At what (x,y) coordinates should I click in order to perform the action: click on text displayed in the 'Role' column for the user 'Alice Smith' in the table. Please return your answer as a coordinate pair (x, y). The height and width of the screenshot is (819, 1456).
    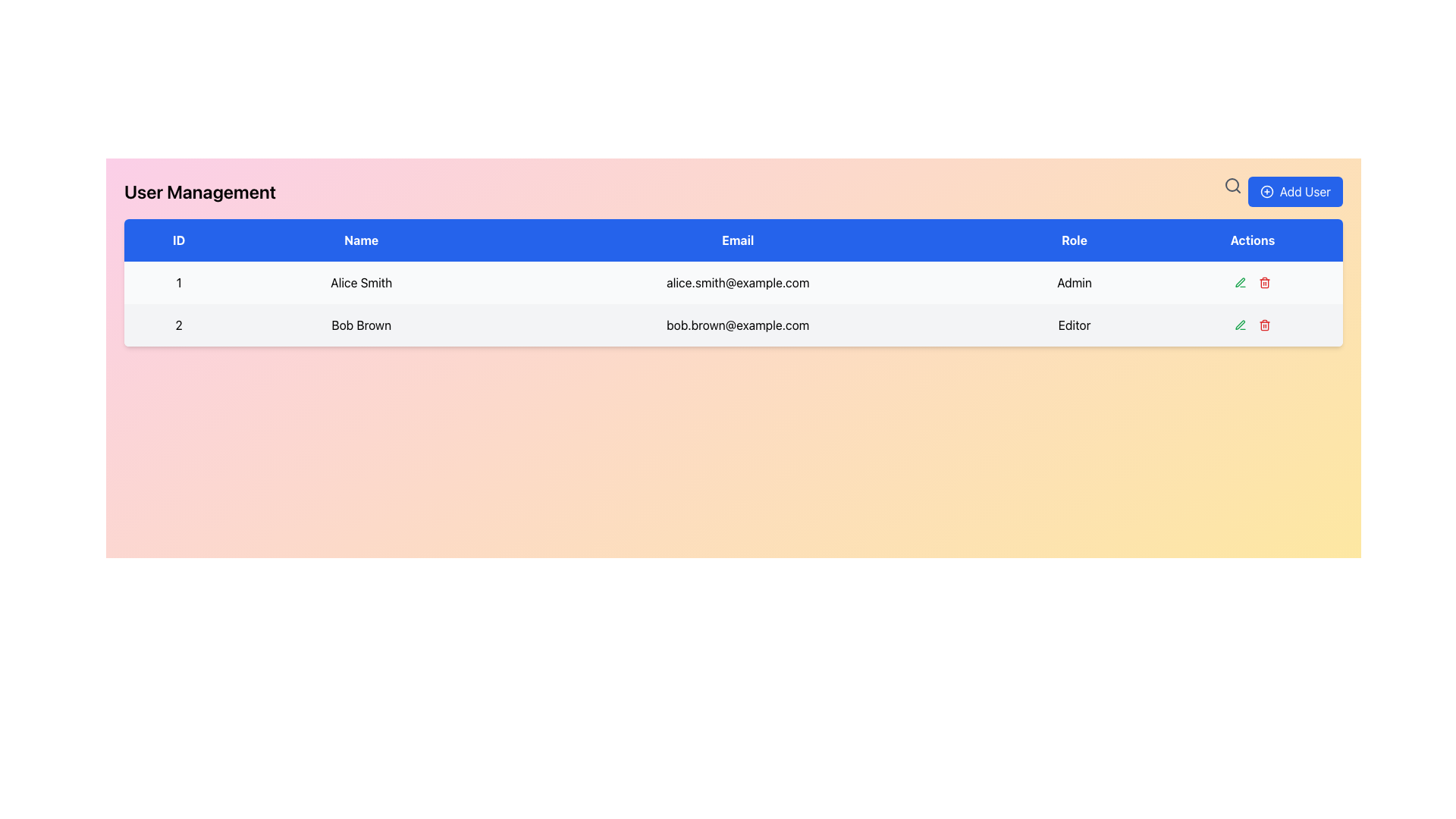
    Looking at the image, I should click on (1073, 283).